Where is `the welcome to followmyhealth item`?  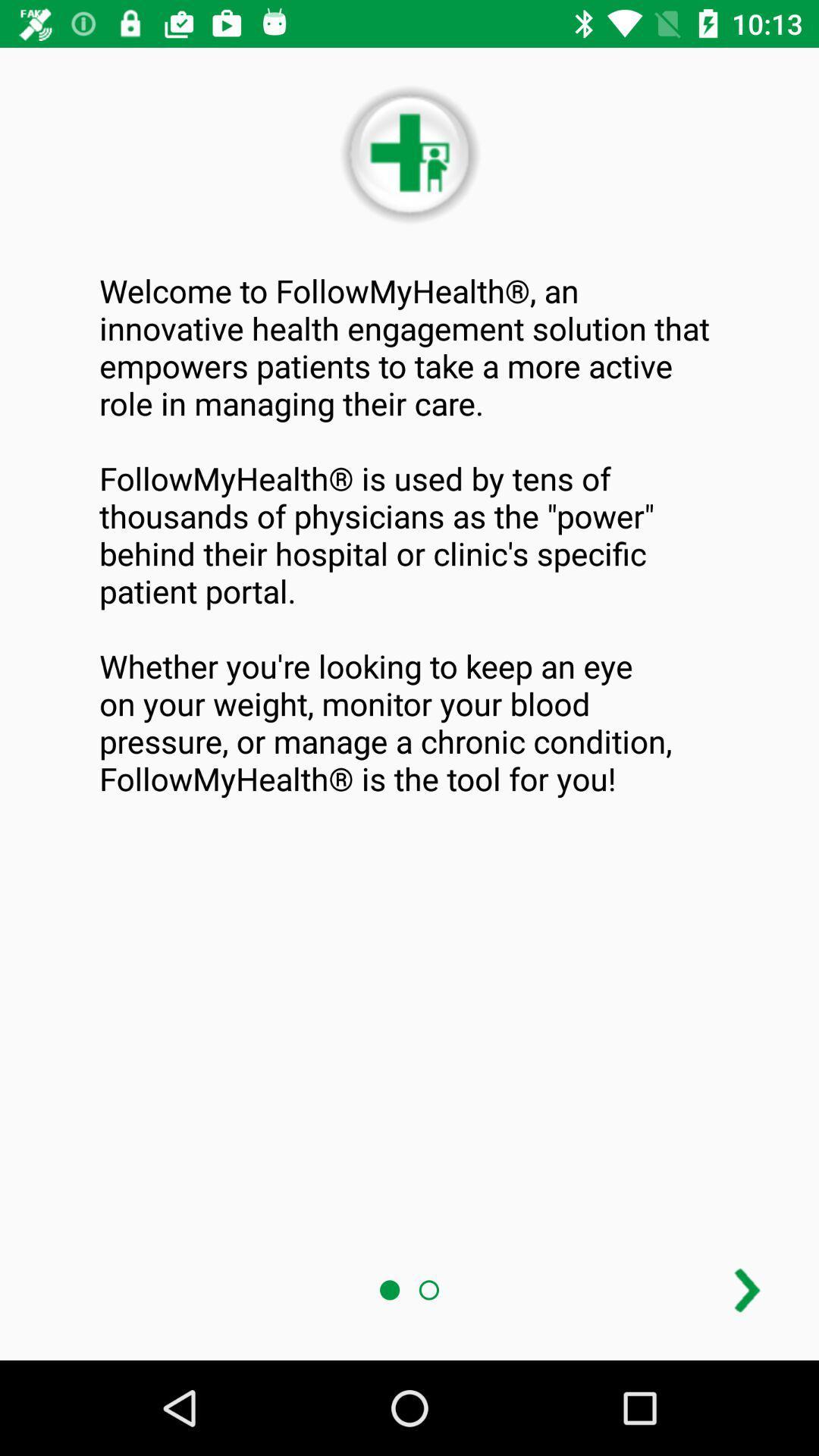 the welcome to followmyhealth item is located at coordinates (409, 535).